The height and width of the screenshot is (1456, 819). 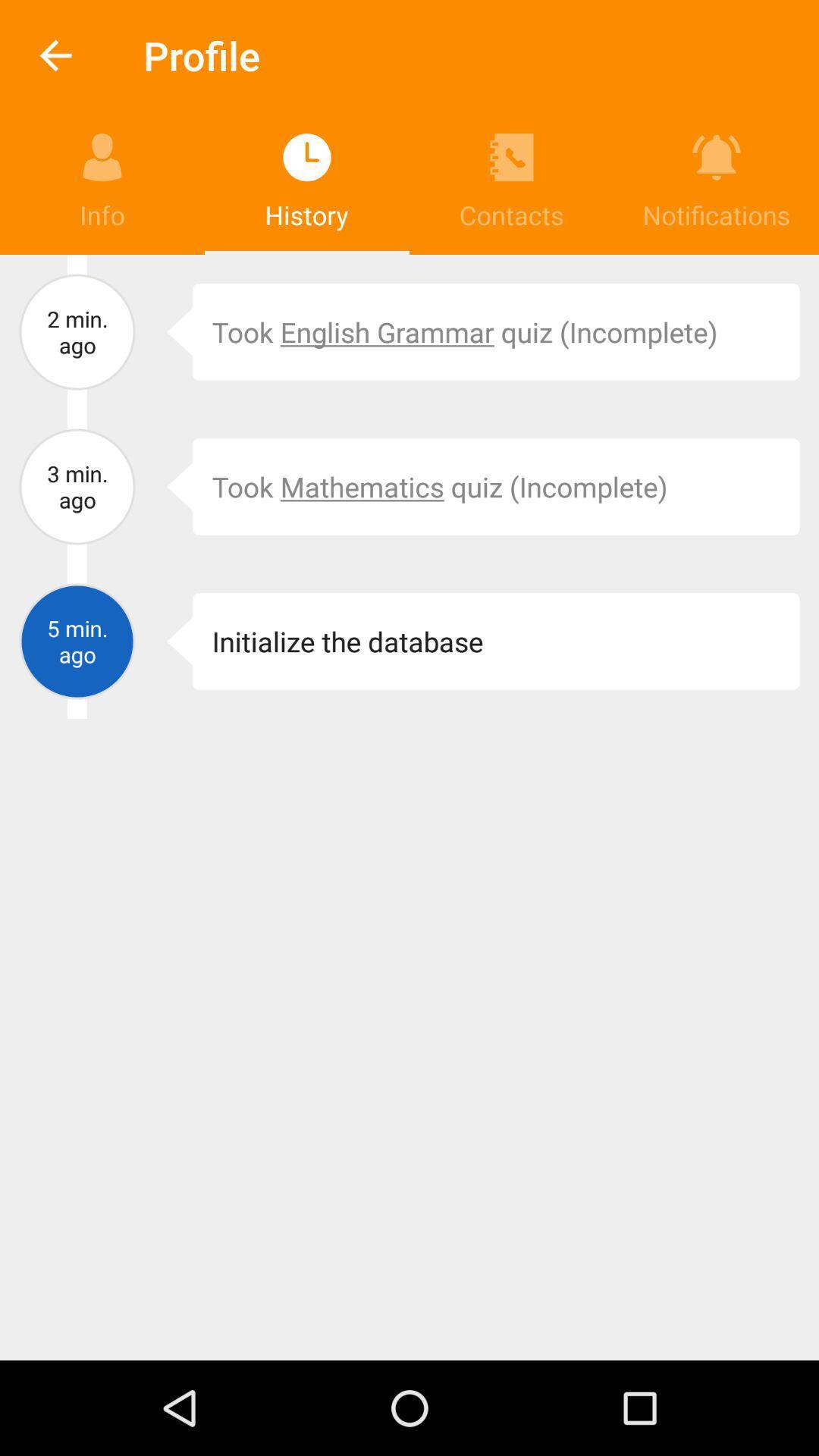 What do you see at coordinates (496, 641) in the screenshot?
I see `the initialize the database icon` at bounding box center [496, 641].